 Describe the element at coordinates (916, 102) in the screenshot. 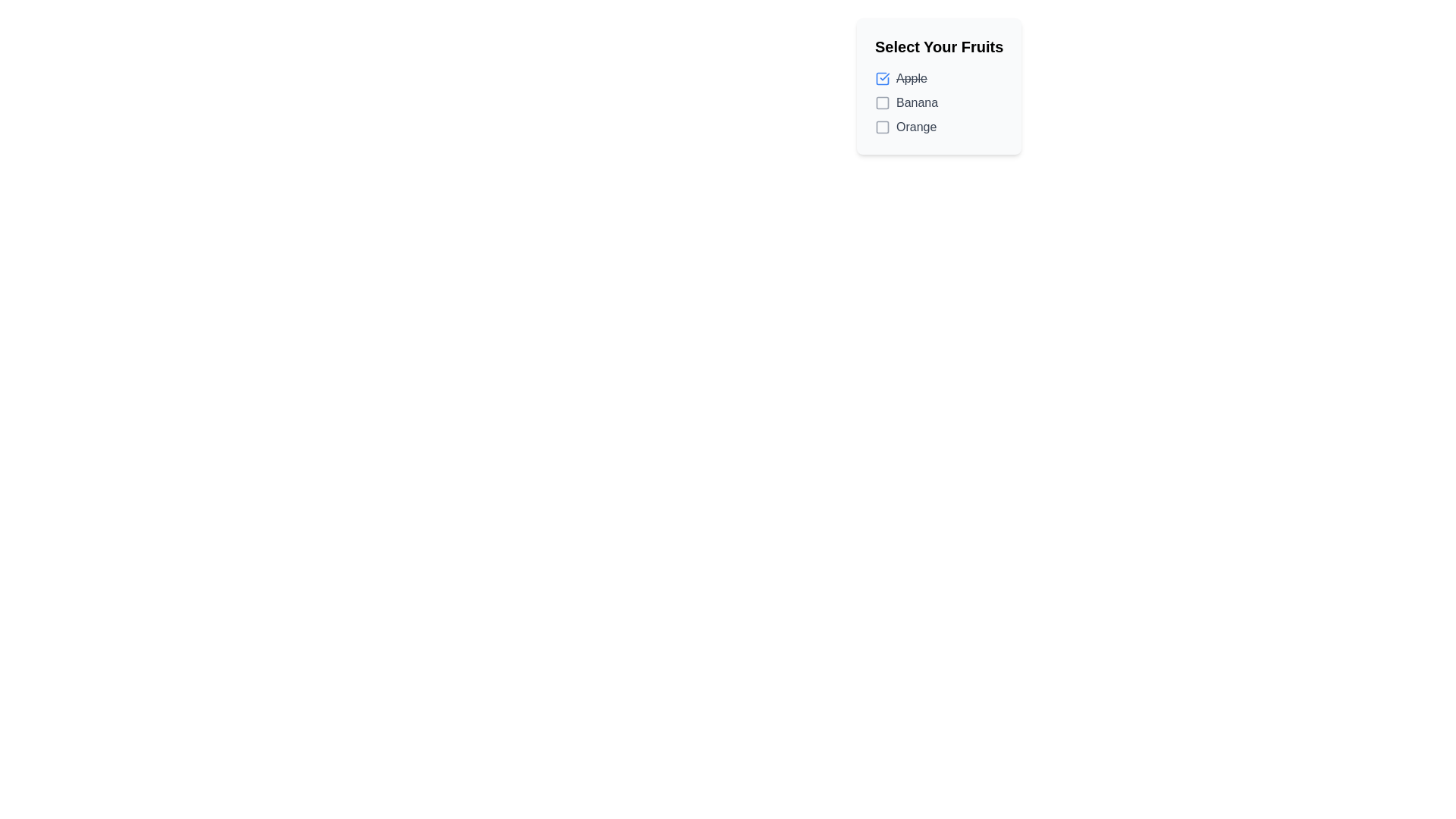

I see `the label displaying 'Banana' to focus on it, which is the second item in a vertical list beside an unchecked checkbox` at that location.